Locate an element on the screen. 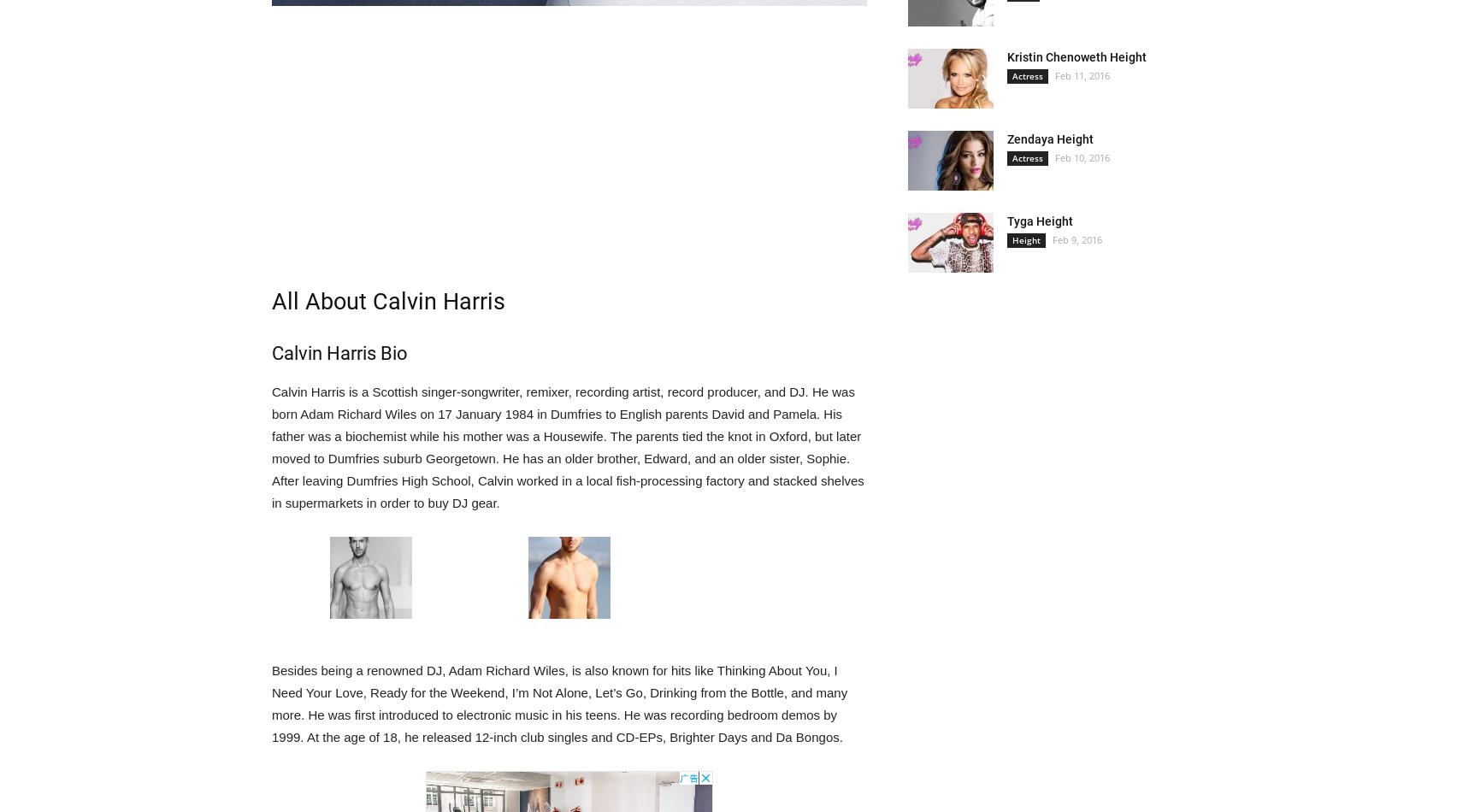 This screenshot has height=812, width=1457. 'Feb 10, 2016' is located at coordinates (1082, 157).